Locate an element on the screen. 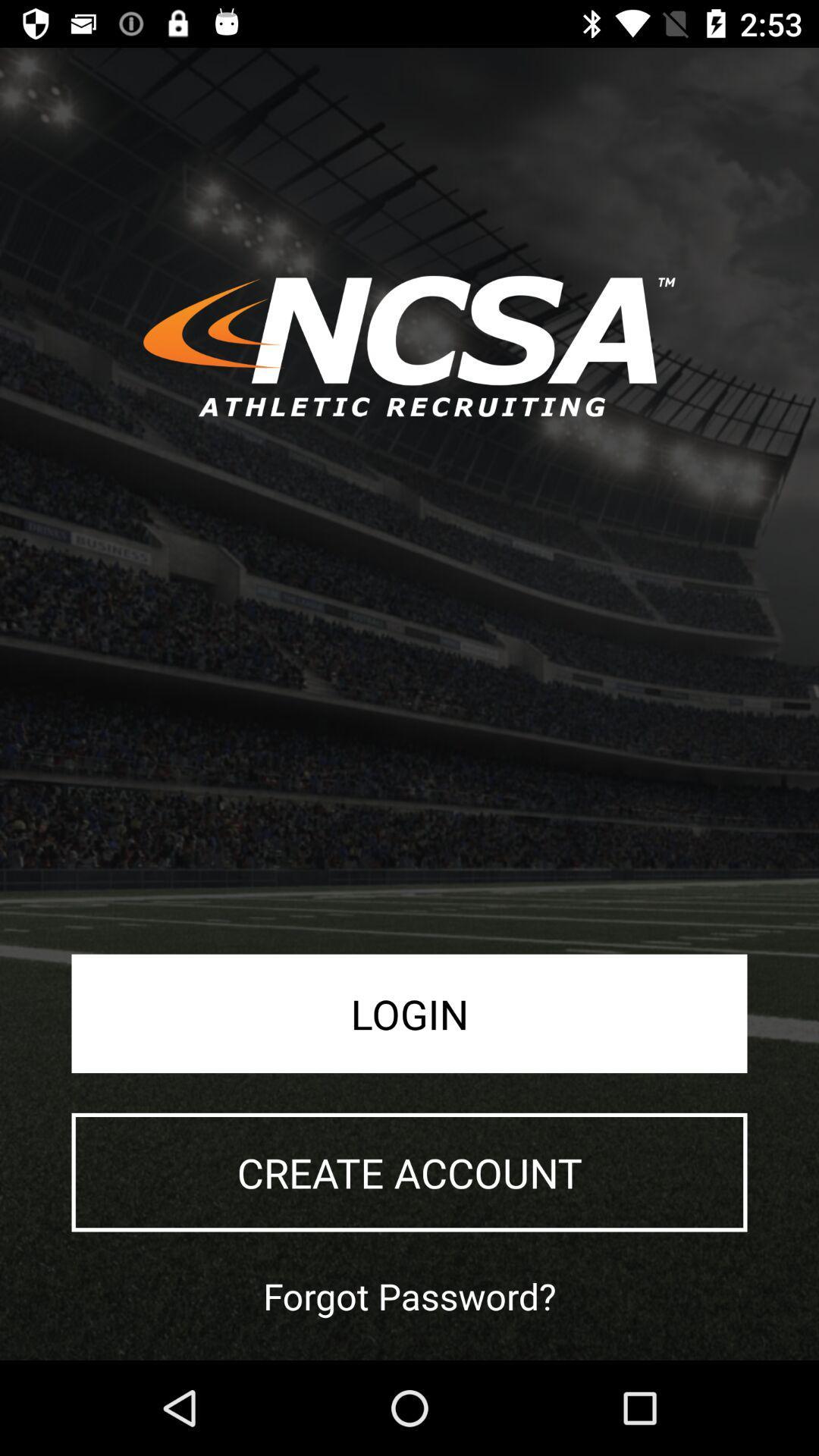 The image size is (819, 1456). the forgot password? icon is located at coordinates (409, 1295).